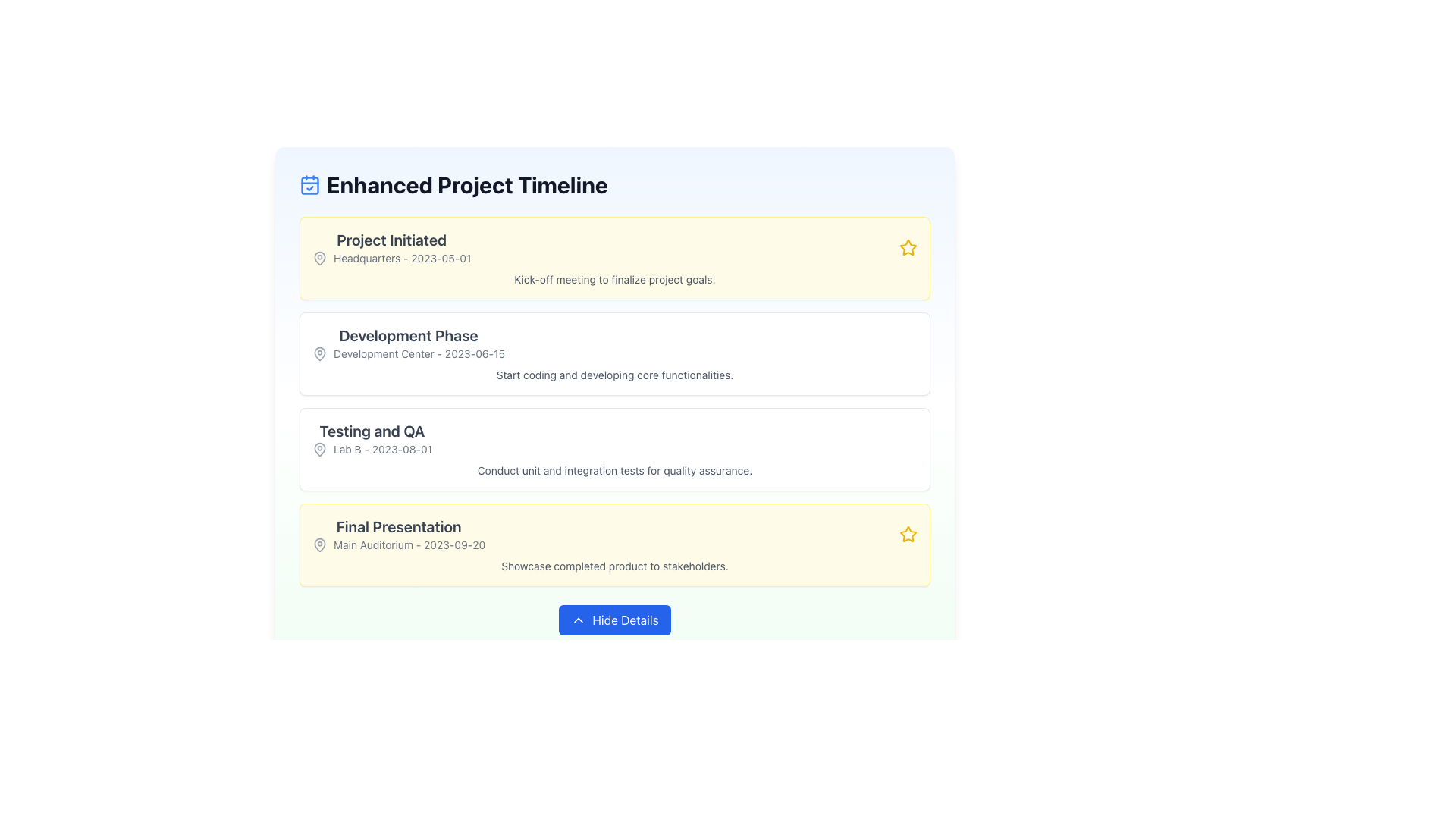 Image resolution: width=1456 pixels, height=819 pixels. Describe the element at coordinates (319, 544) in the screenshot. I see `the map pin icon with a circular outline and a filled center, located next to the text 'Main Auditorium - 2023-09-20' in the 'Final Presentation' section` at that location.